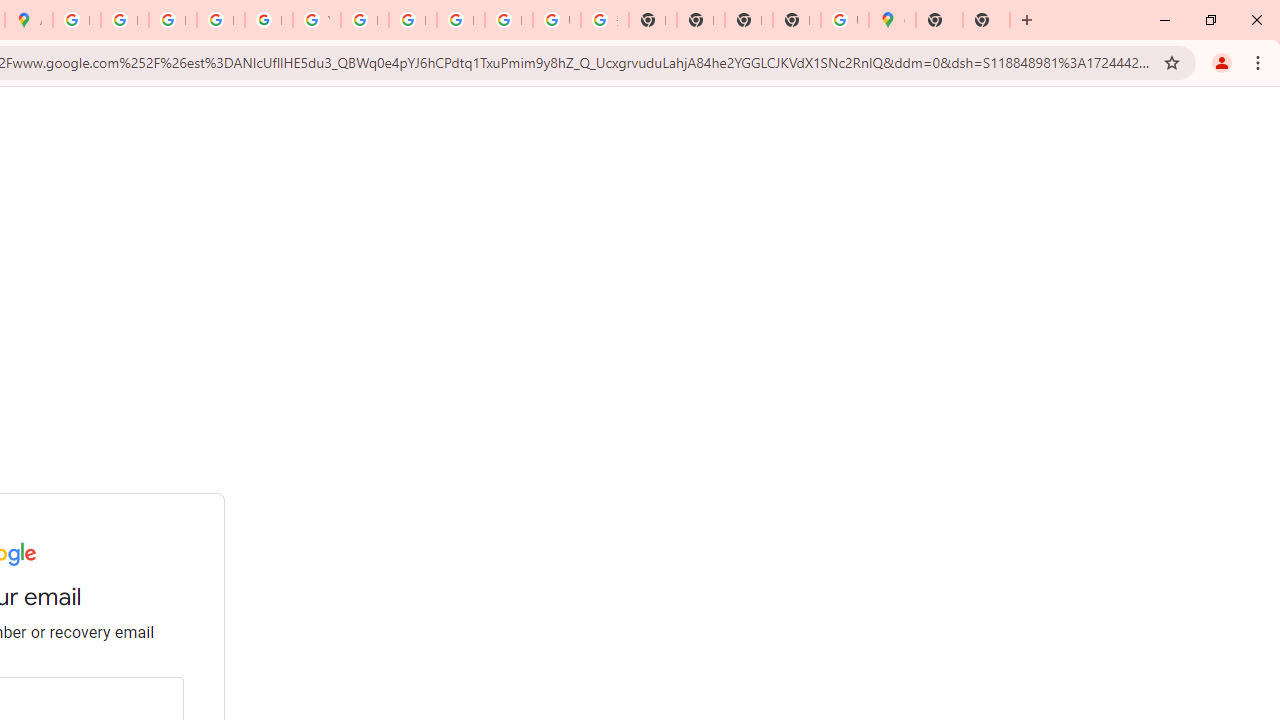  What do you see at coordinates (76, 20) in the screenshot?
I see `'Policy Accountability and Transparency - Transparency Center'` at bounding box center [76, 20].